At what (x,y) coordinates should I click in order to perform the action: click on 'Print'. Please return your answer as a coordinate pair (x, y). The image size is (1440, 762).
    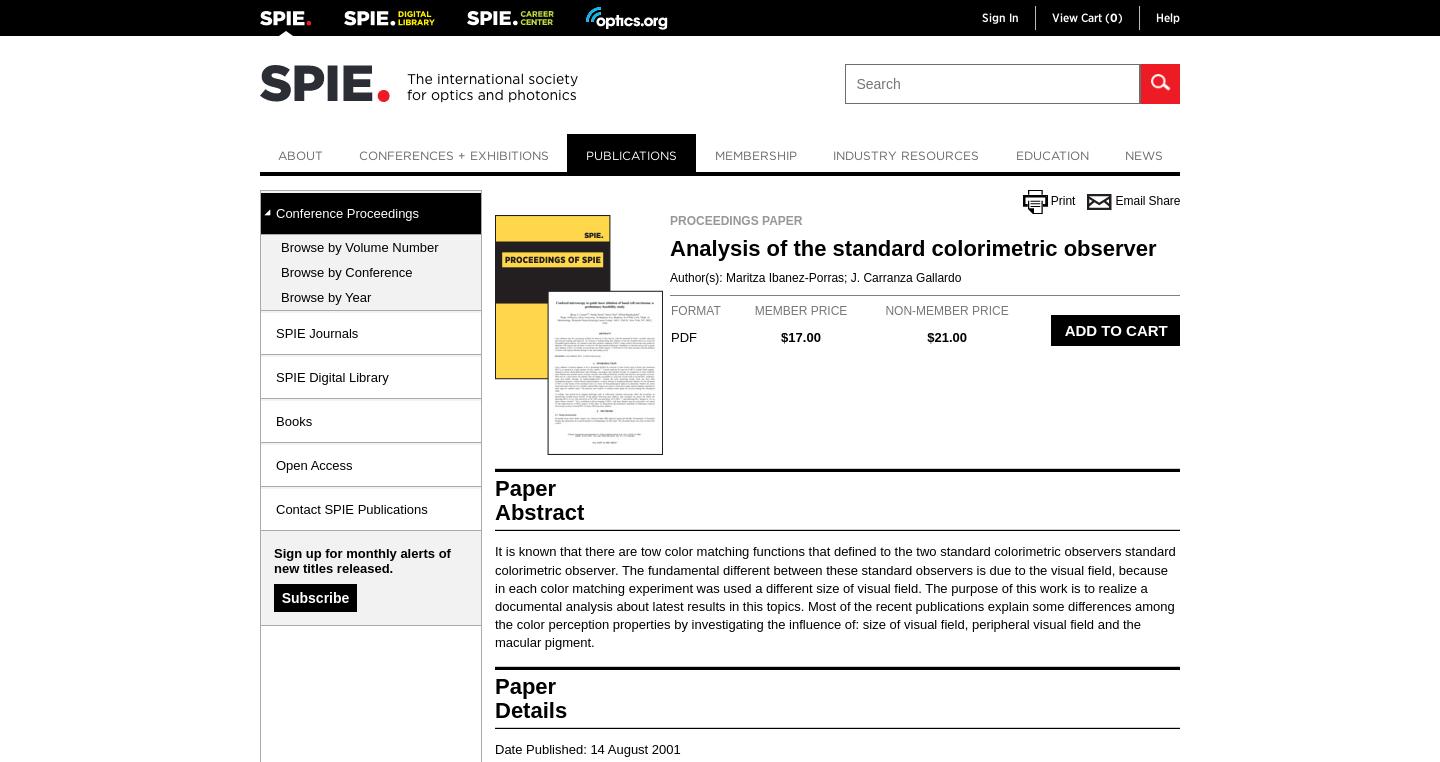
    Looking at the image, I should click on (1062, 201).